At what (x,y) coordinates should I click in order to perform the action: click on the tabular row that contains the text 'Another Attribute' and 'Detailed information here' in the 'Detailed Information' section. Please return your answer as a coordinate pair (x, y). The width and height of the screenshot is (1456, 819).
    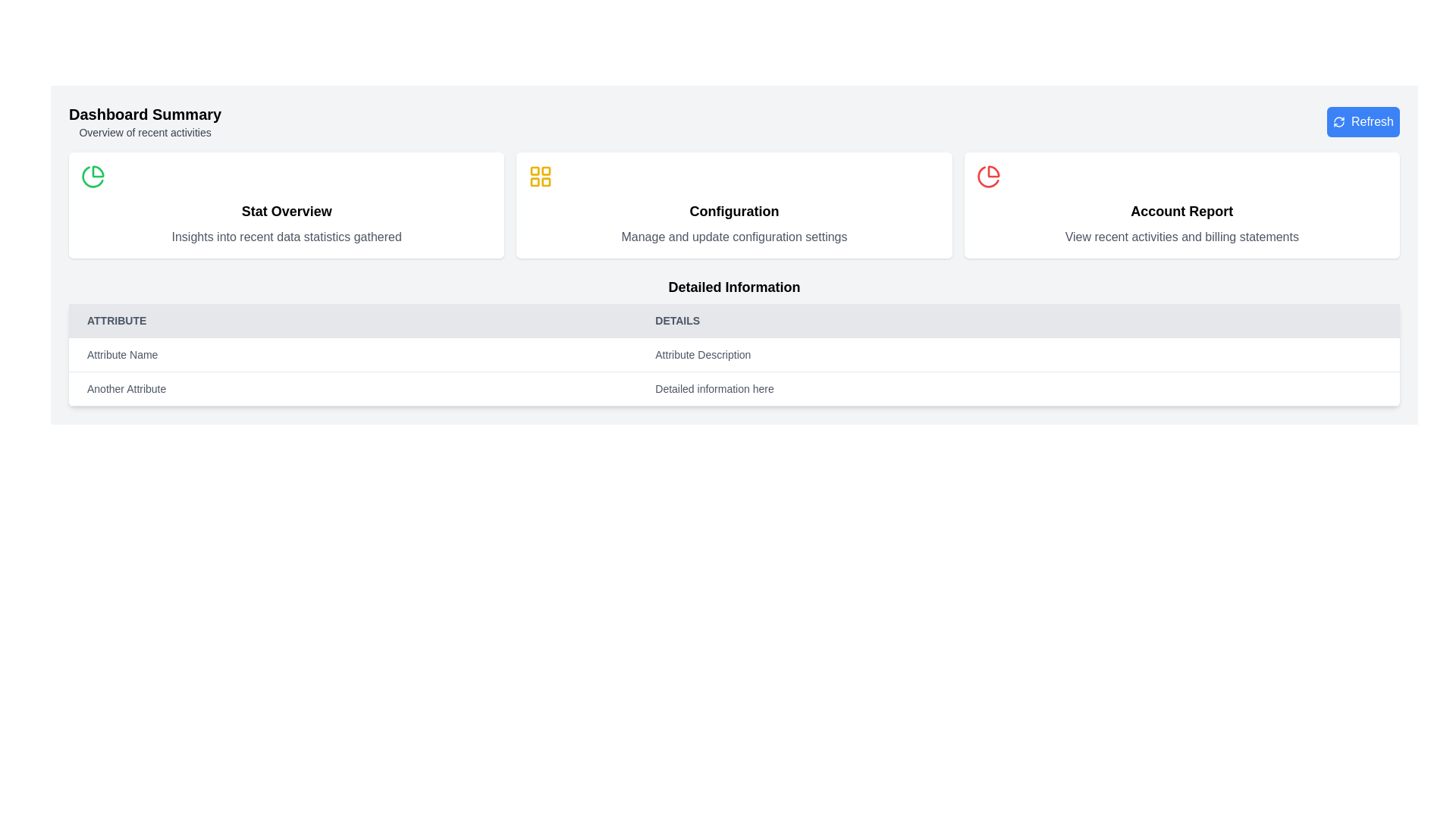
    Looking at the image, I should click on (734, 388).